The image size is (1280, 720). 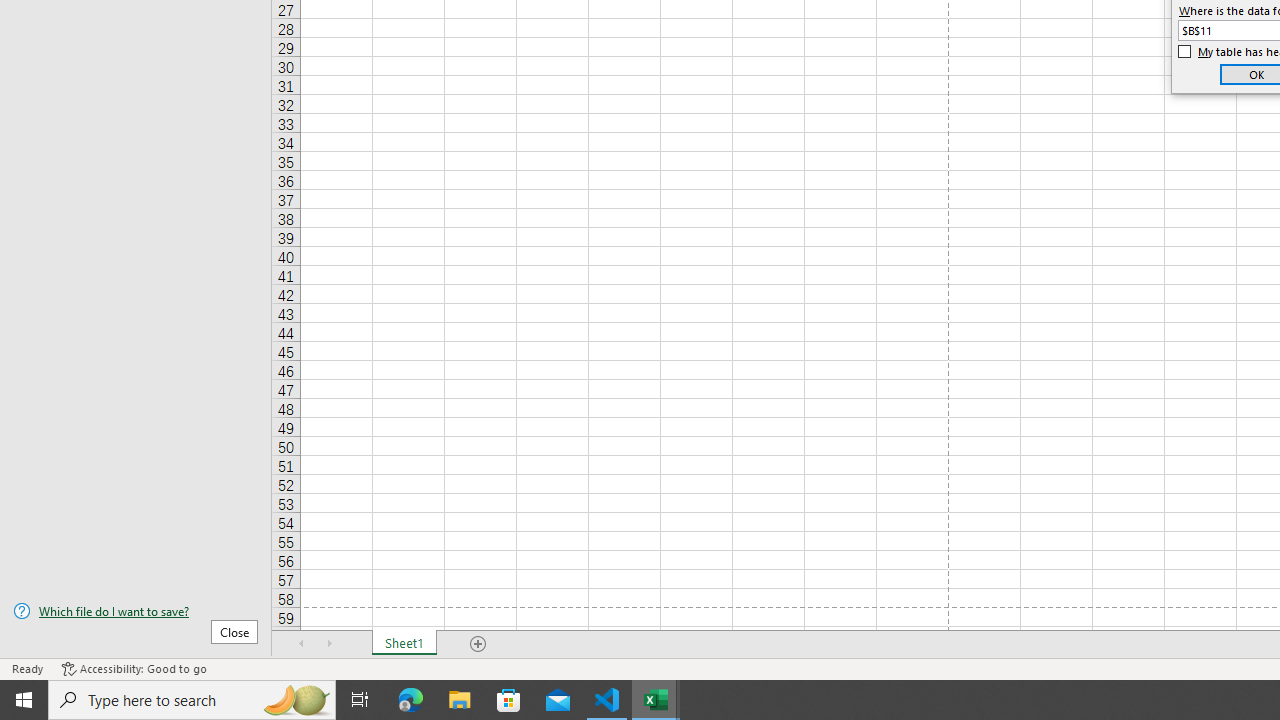 What do you see at coordinates (477, 644) in the screenshot?
I see `'Add Sheet'` at bounding box center [477, 644].